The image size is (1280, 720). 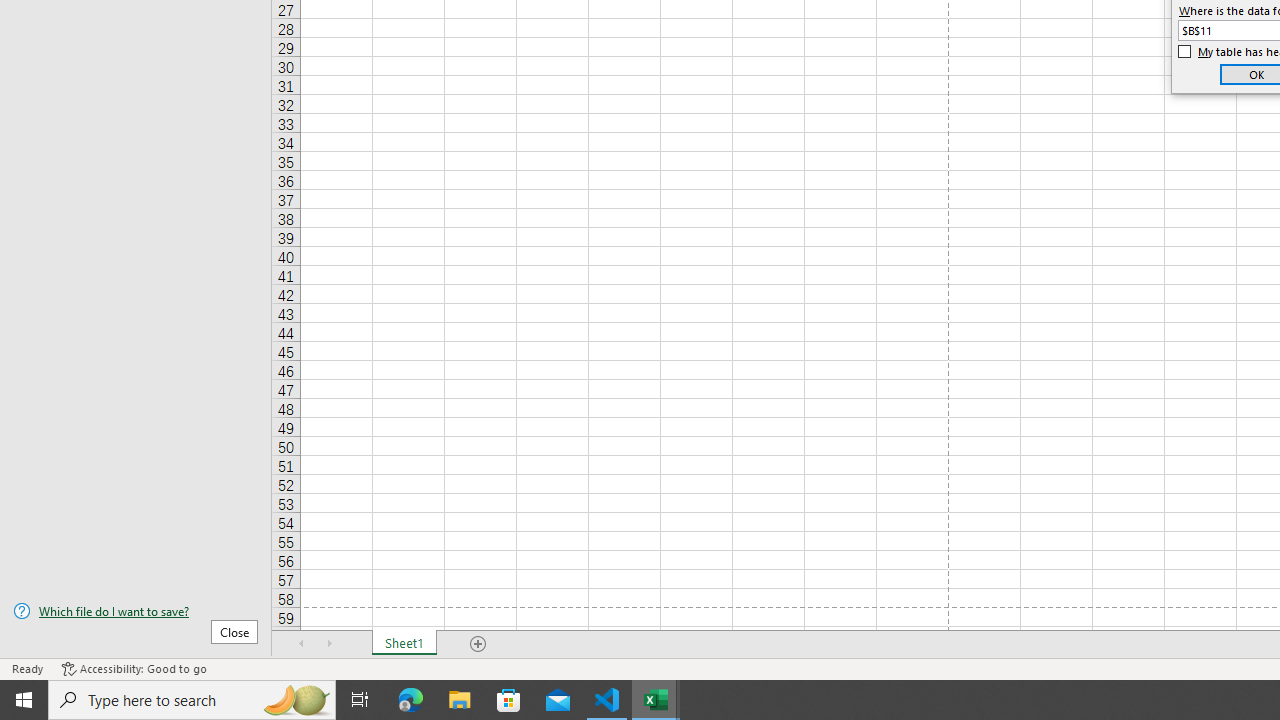 What do you see at coordinates (477, 644) in the screenshot?
I see `'Add Sheet'` at bounding box center [477, 644].